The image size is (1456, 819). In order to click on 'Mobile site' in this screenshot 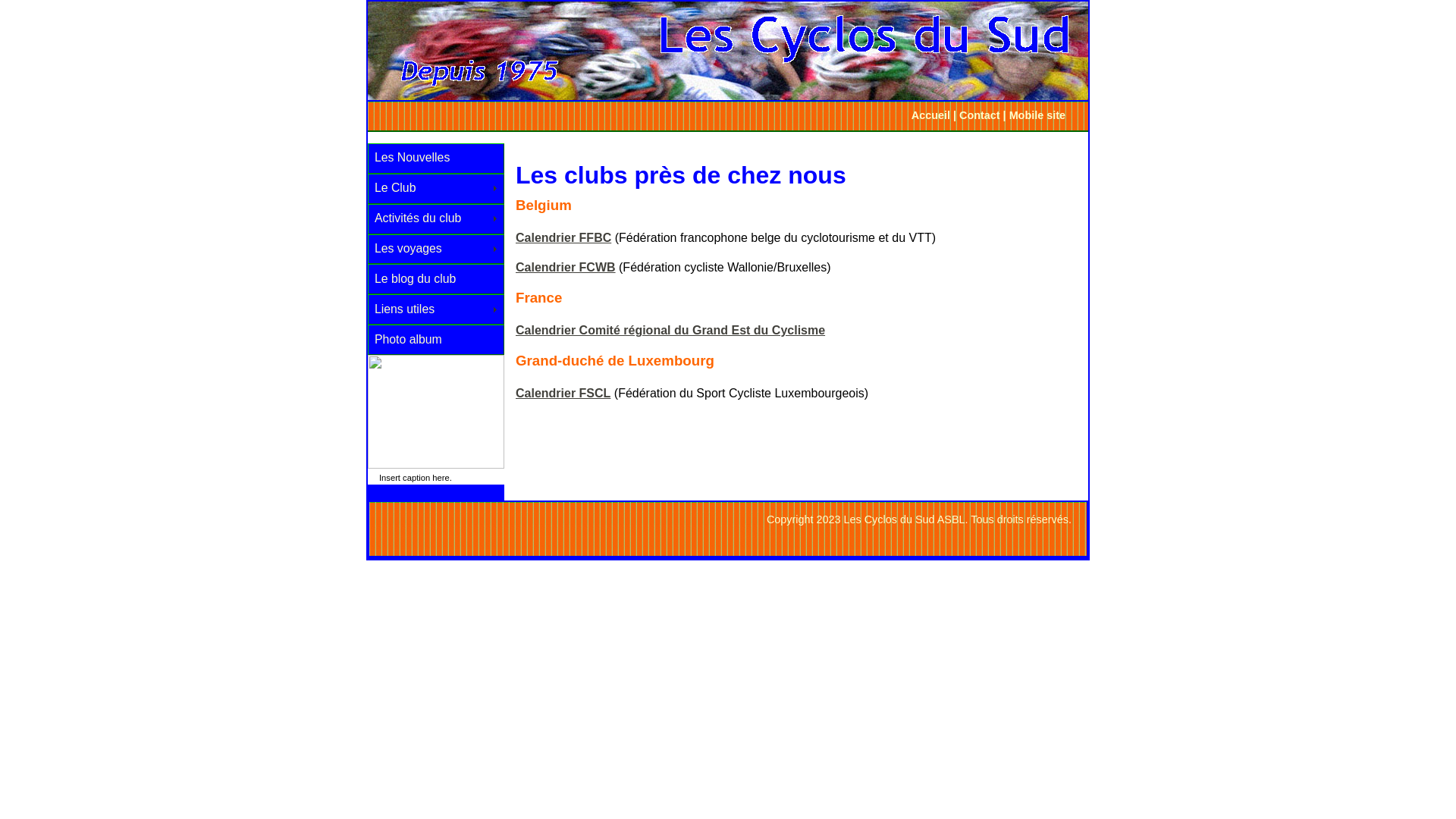, I will do `click(1037, 114)`.